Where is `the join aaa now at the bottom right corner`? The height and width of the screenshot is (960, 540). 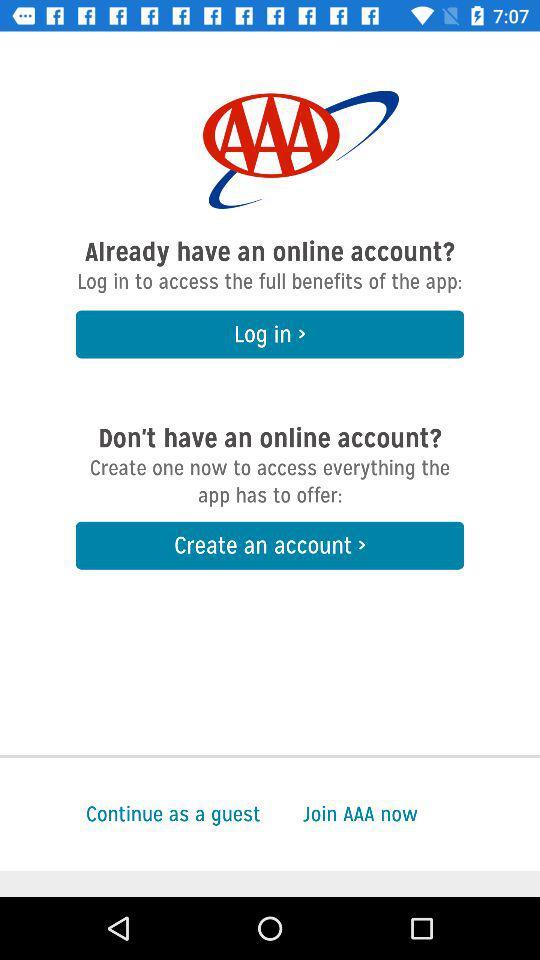 the join aaa now at the bottom right corner is located at coordinates (420, 814).